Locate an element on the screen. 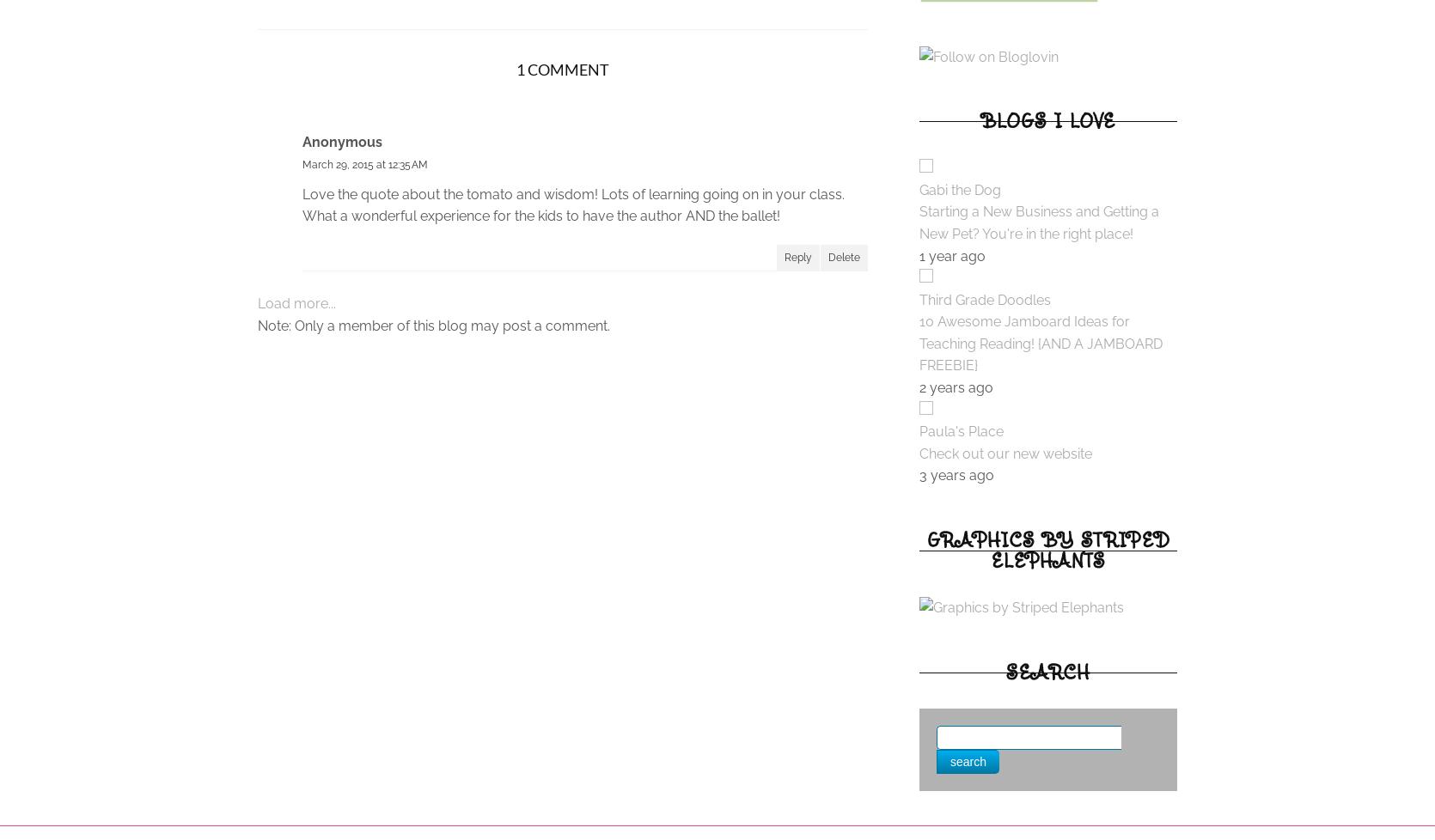 This screenshot has height=840, width=1435. '2 years ago' is located at coordinates (956, 387).